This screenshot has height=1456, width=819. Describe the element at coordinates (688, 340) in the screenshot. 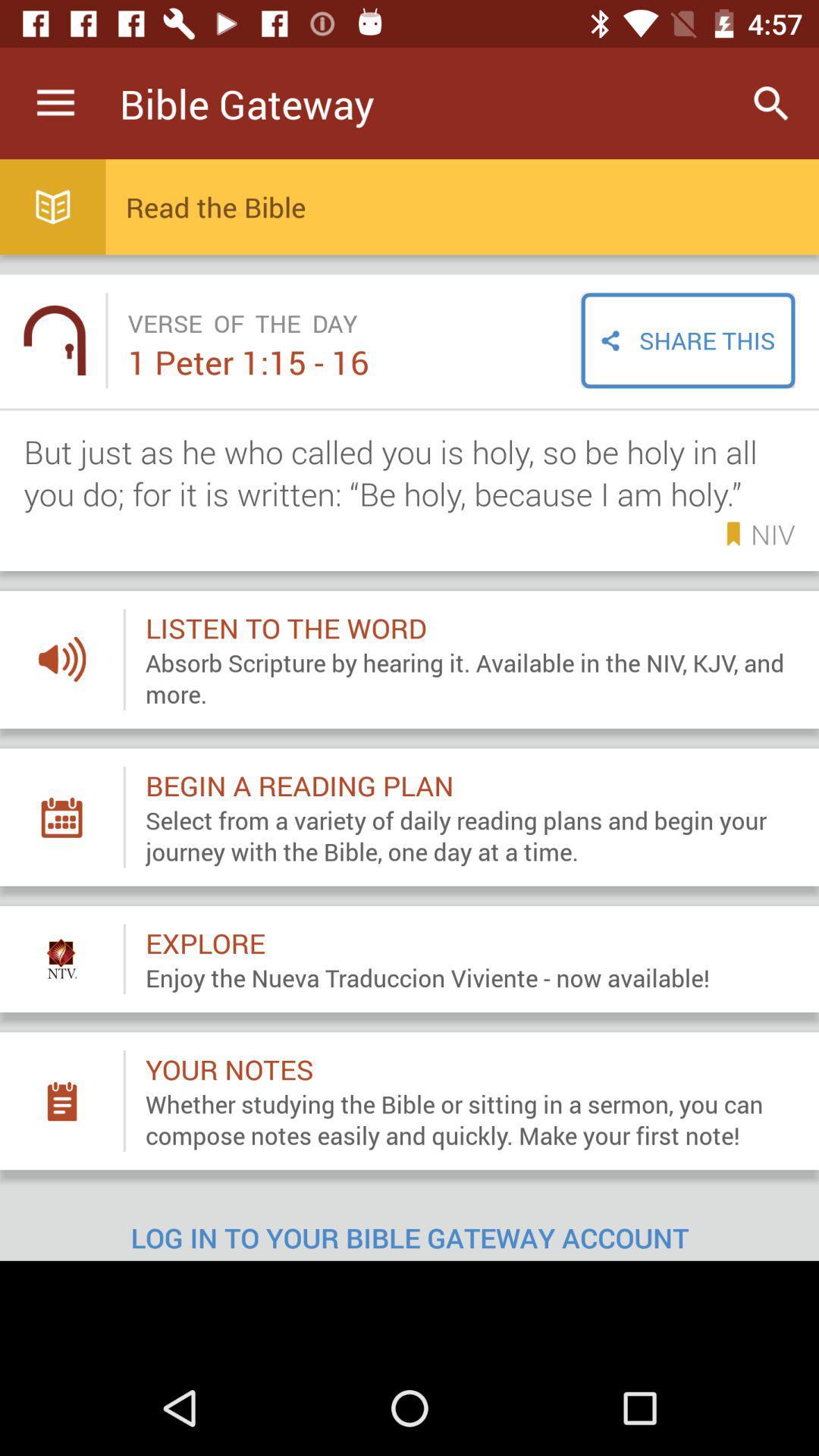

I see `share this item` at that location.